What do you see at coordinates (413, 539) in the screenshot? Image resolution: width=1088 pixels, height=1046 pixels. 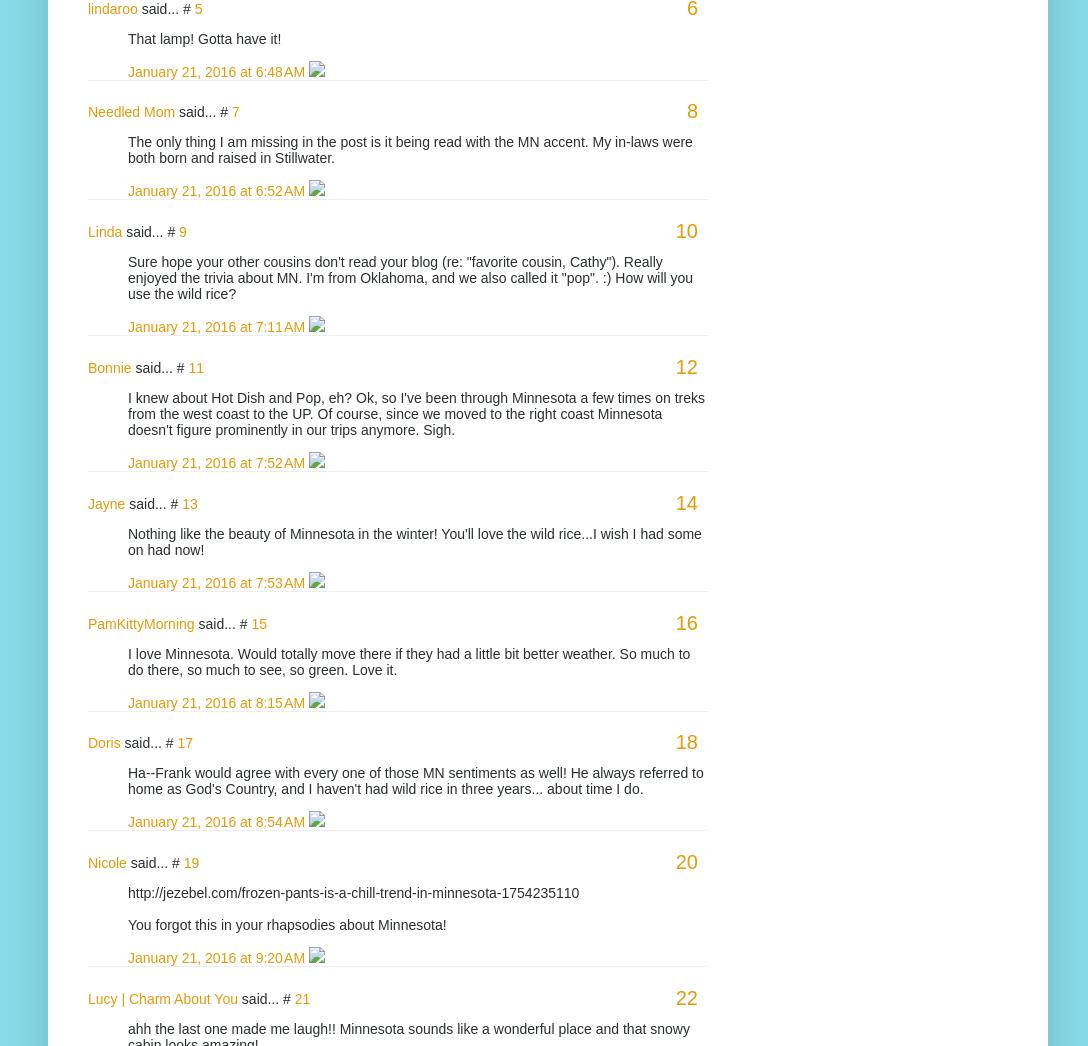 I see `'Nothing like the beauty of Minnesota in the winter!  You'll love the wild rice...I wish I had some on had now!'` at bounding box center [413, 539].